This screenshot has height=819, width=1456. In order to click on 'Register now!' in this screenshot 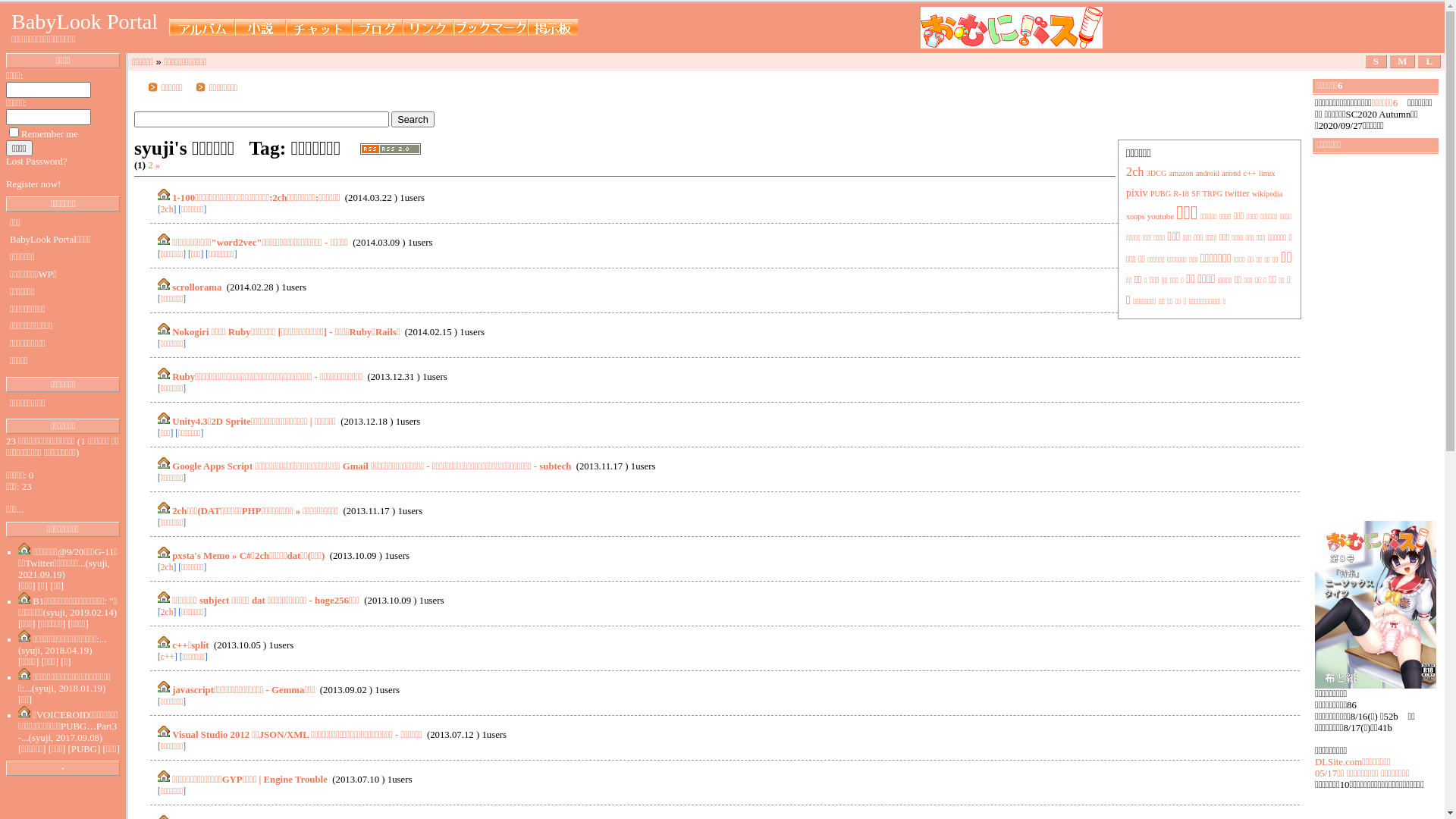, I will do `click(33, 184)`.